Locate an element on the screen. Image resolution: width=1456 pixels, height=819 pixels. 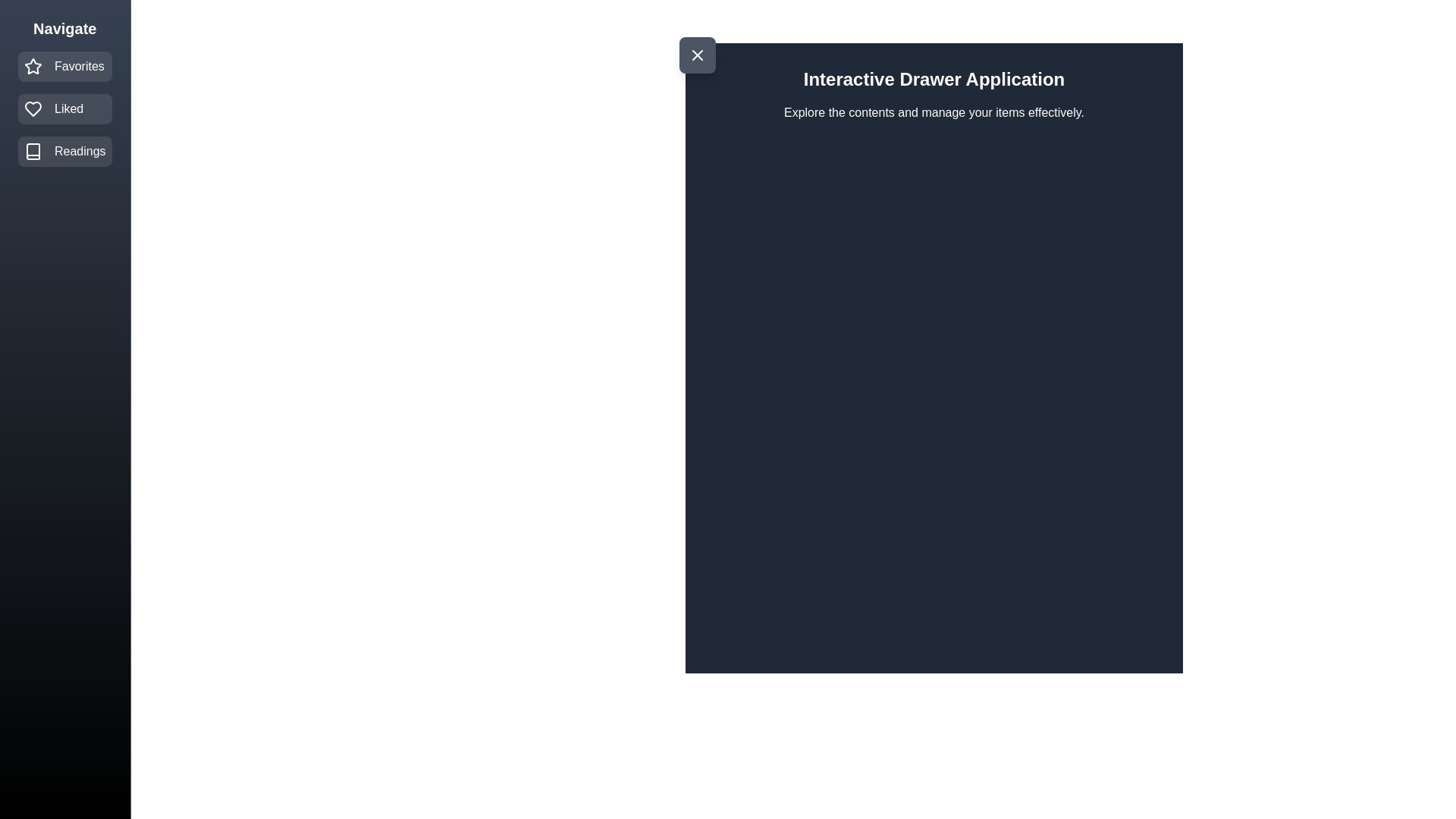
the navigation item Readings from the drawer is located at coordinates (64, 152).